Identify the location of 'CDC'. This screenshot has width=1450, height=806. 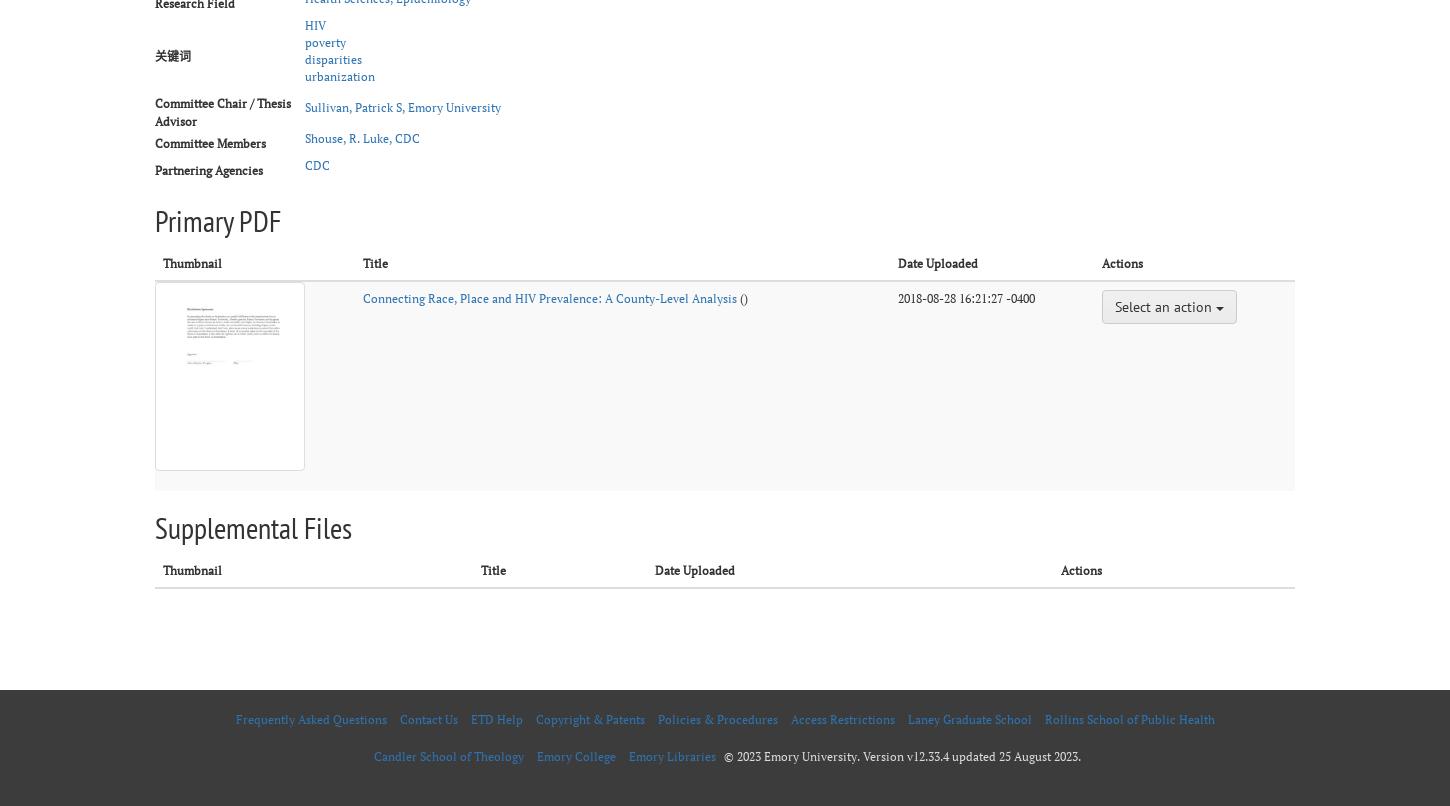
(304, 164).